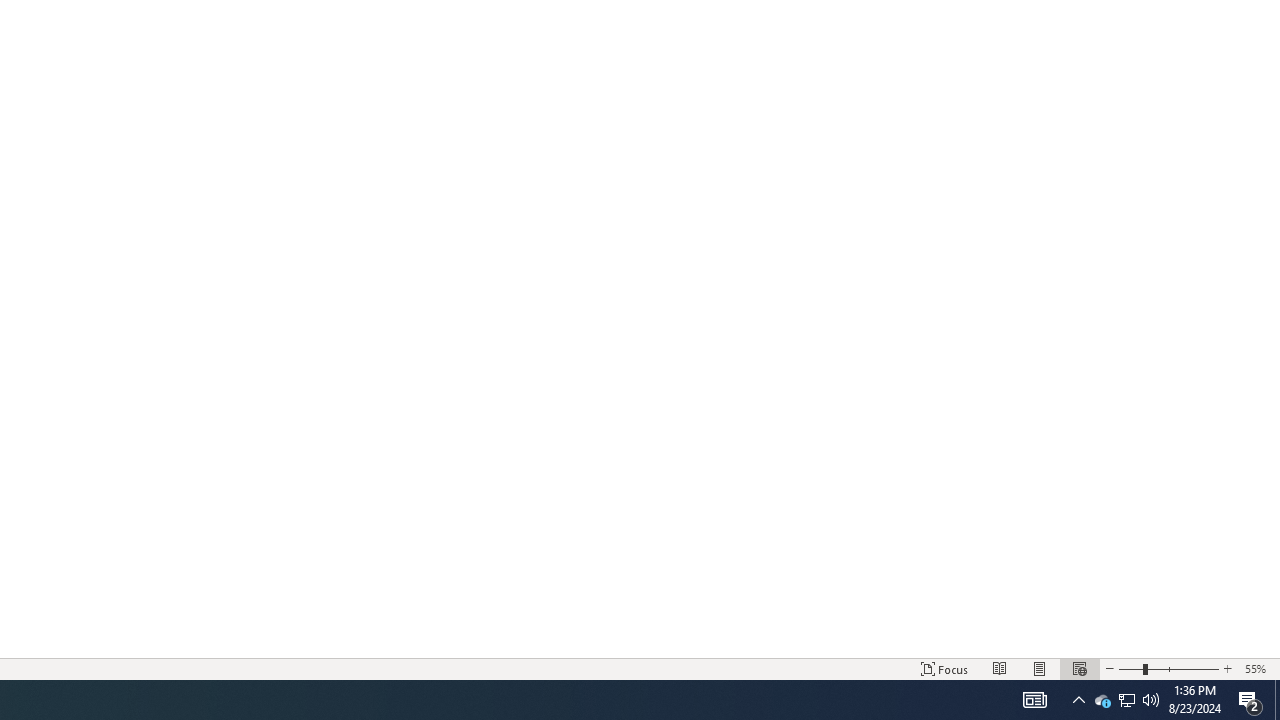 Image resolution: width=1280 pixels, height=720 pixels. Describe the element at coordinates (1168, 669) in the screenshot. I see `'Zoom'` at that location.